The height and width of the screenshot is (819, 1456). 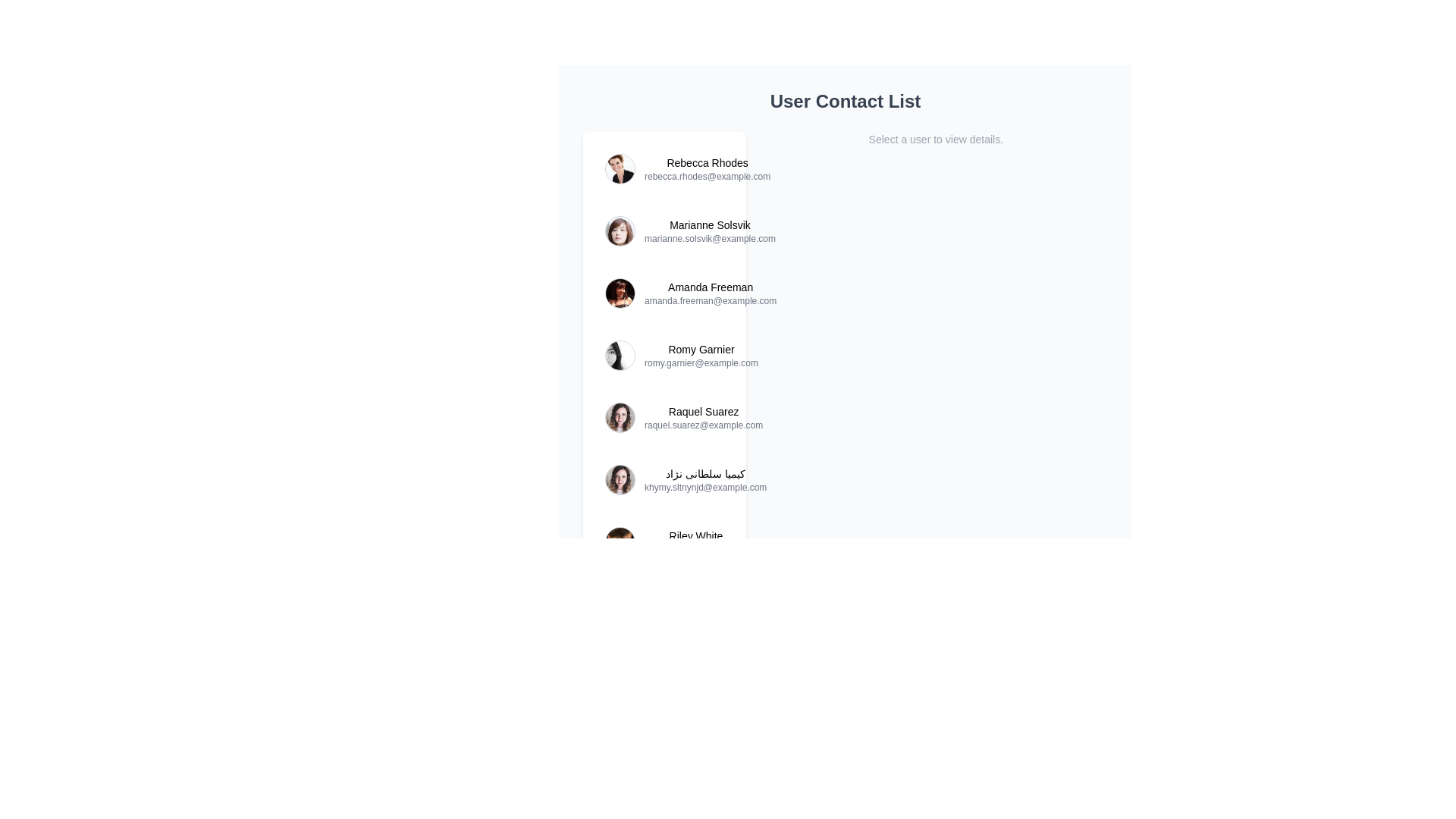 I want to click on the Text content group that presents identification information for the user, located below 'Amanda Freeman' and above 'Raquel Suarez', aligned to the right of the profile picture, so click(x=701, y=356).